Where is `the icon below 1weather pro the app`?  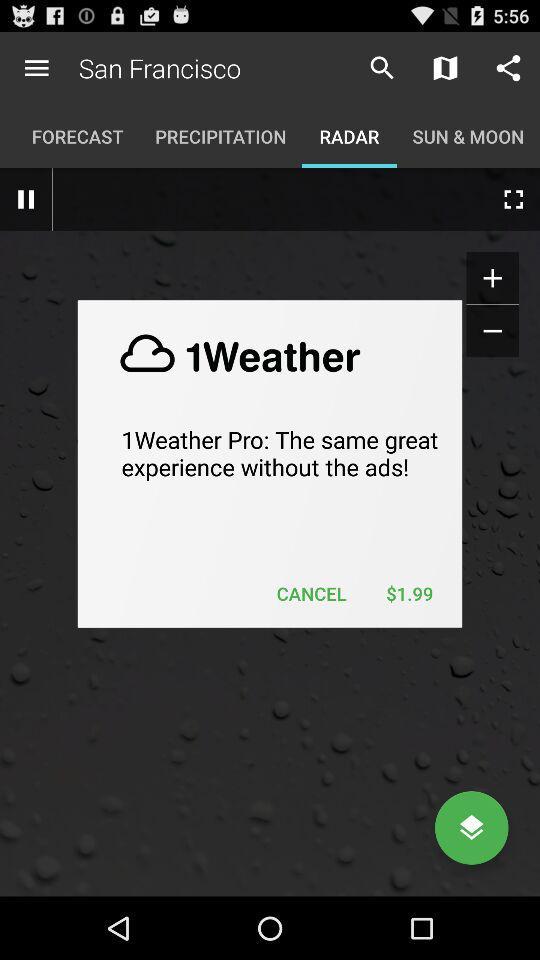 the icon below 1weather pro the app is located at coordinates (311, 593).